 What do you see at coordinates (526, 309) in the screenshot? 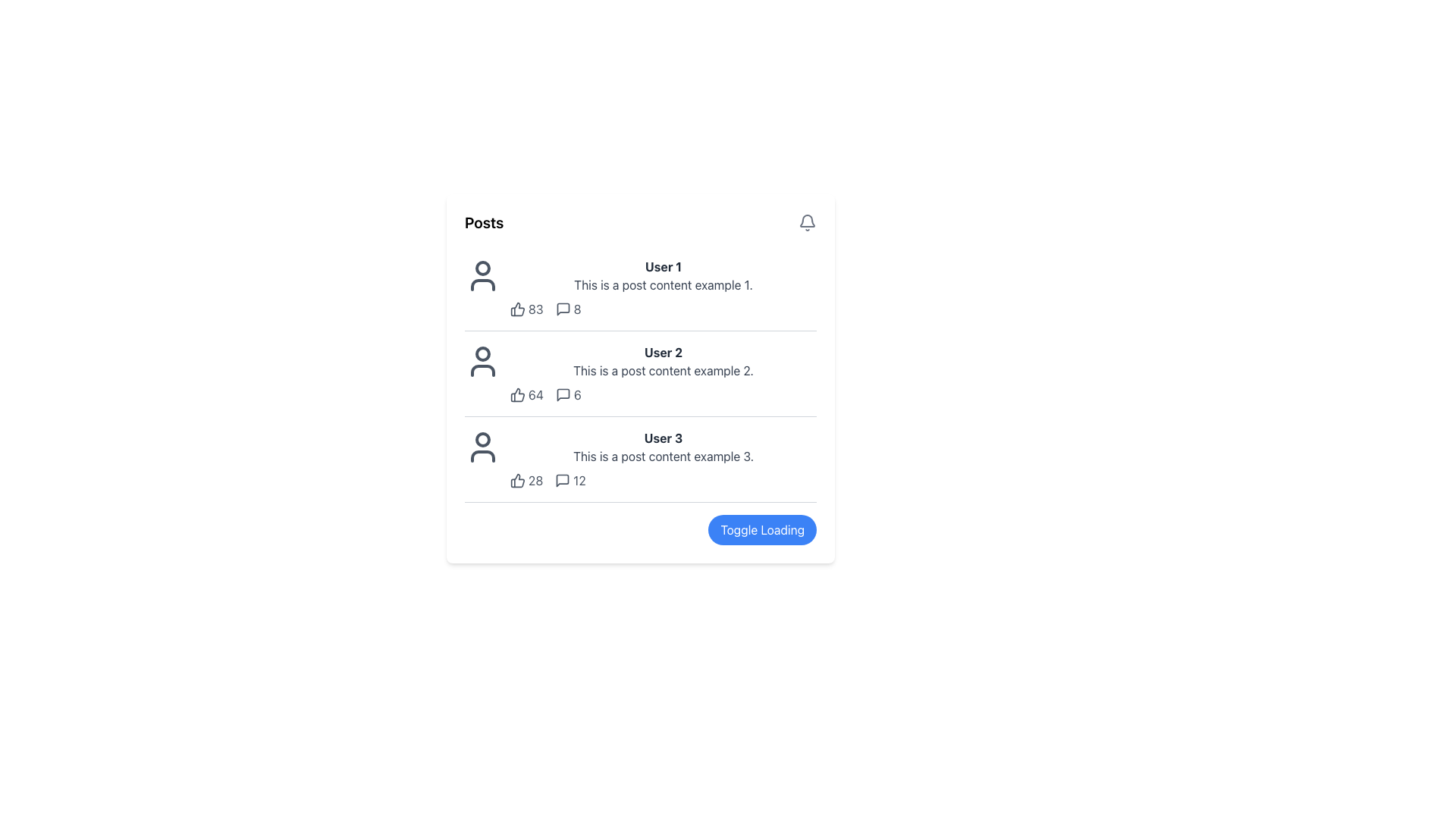
I see `the thumbs-up icon and text combination indicating a metric, which displays the value '83' and is located in the topmost post card, next to an avatar and user name, and above a comment count` at bounding box center [526, 309].